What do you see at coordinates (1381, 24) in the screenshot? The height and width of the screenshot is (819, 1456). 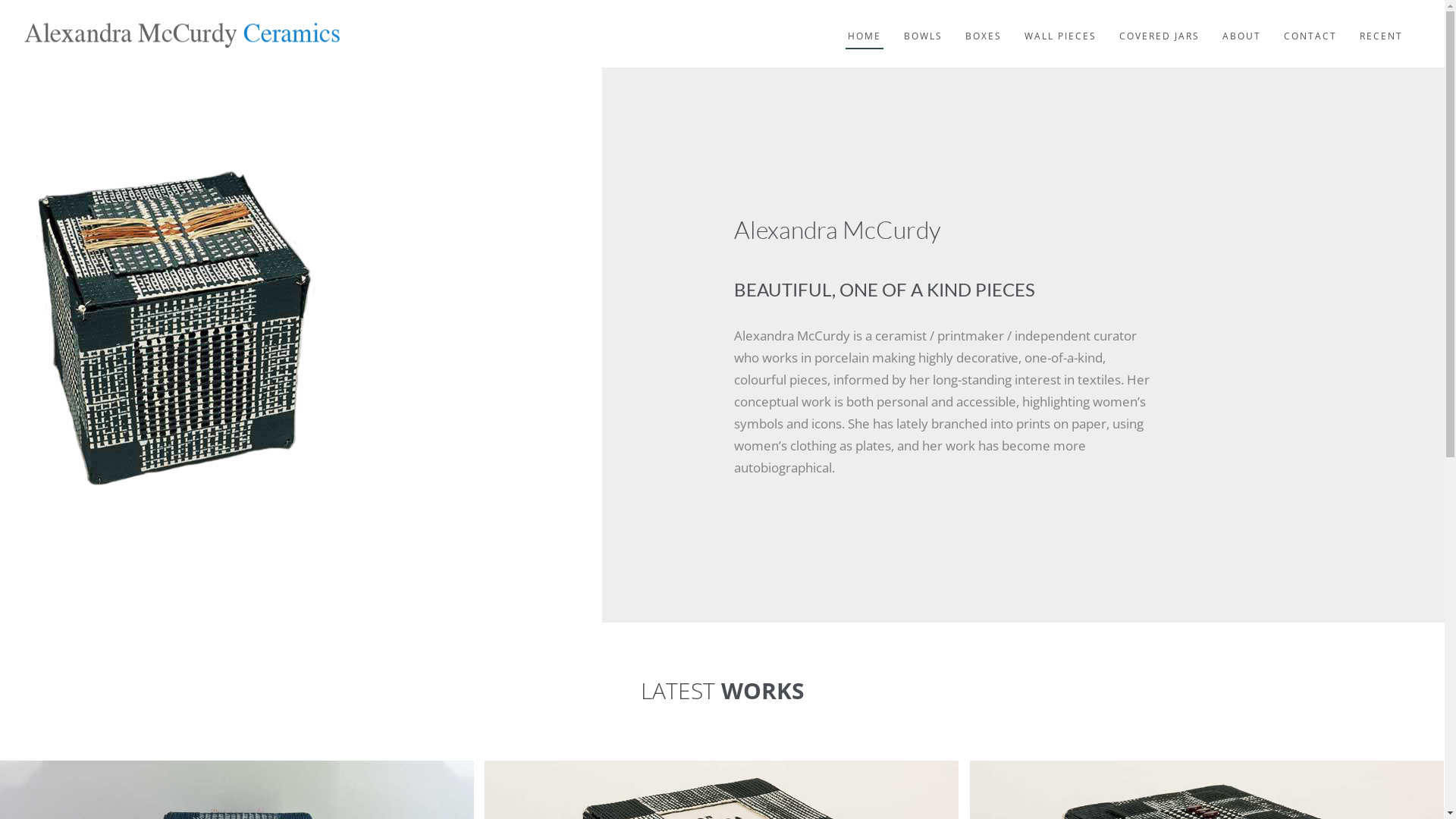 I see `'RECENT'` at bounding box center [1381, 24].